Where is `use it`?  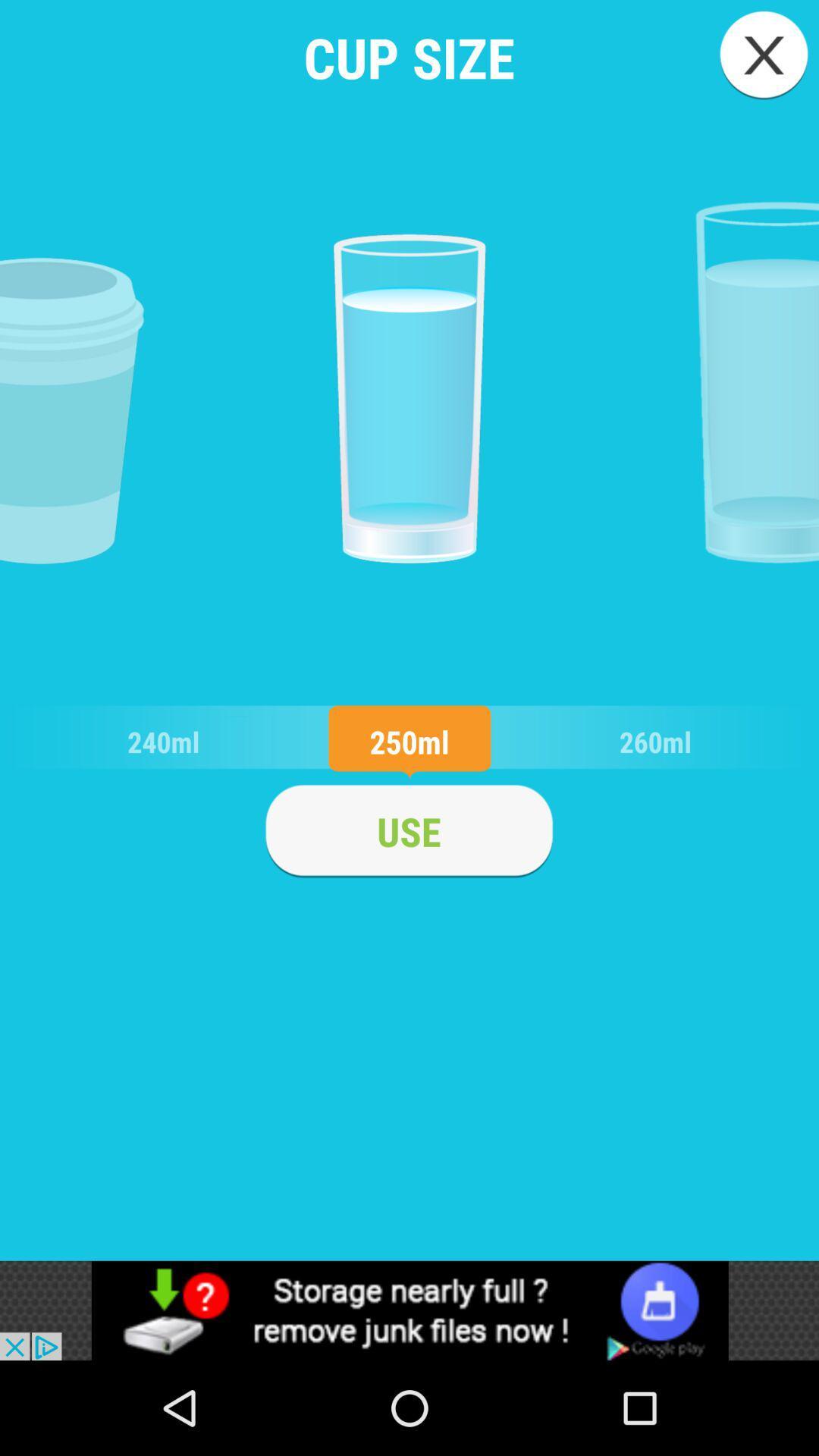
use it is located at coordinates (408, 830).